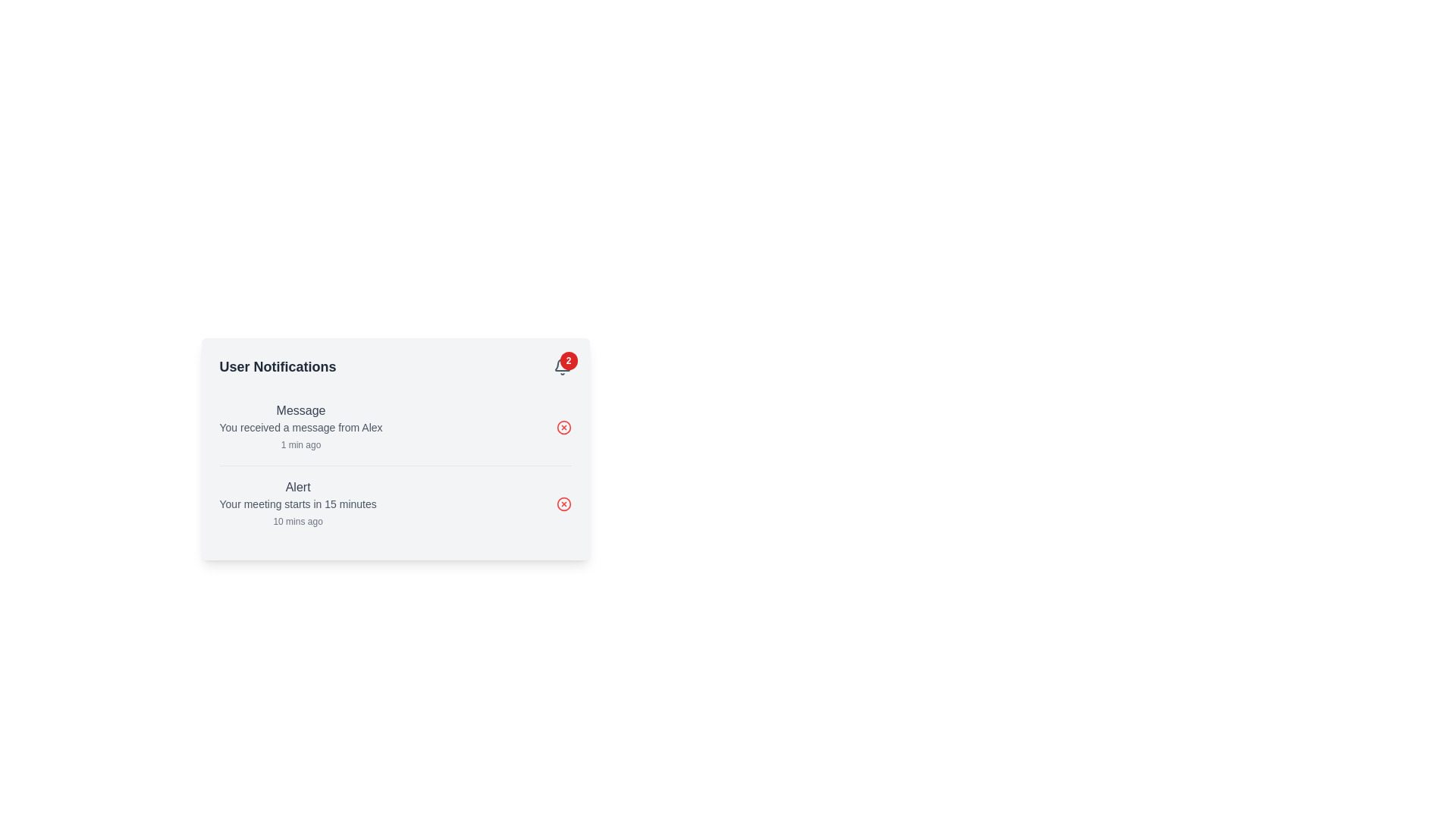 The image size is (1456, 819). I want to click on the Text Label that displays the timestamp of the notification, located at the bottom-right of the 'Alert' section, so click(298, 520).